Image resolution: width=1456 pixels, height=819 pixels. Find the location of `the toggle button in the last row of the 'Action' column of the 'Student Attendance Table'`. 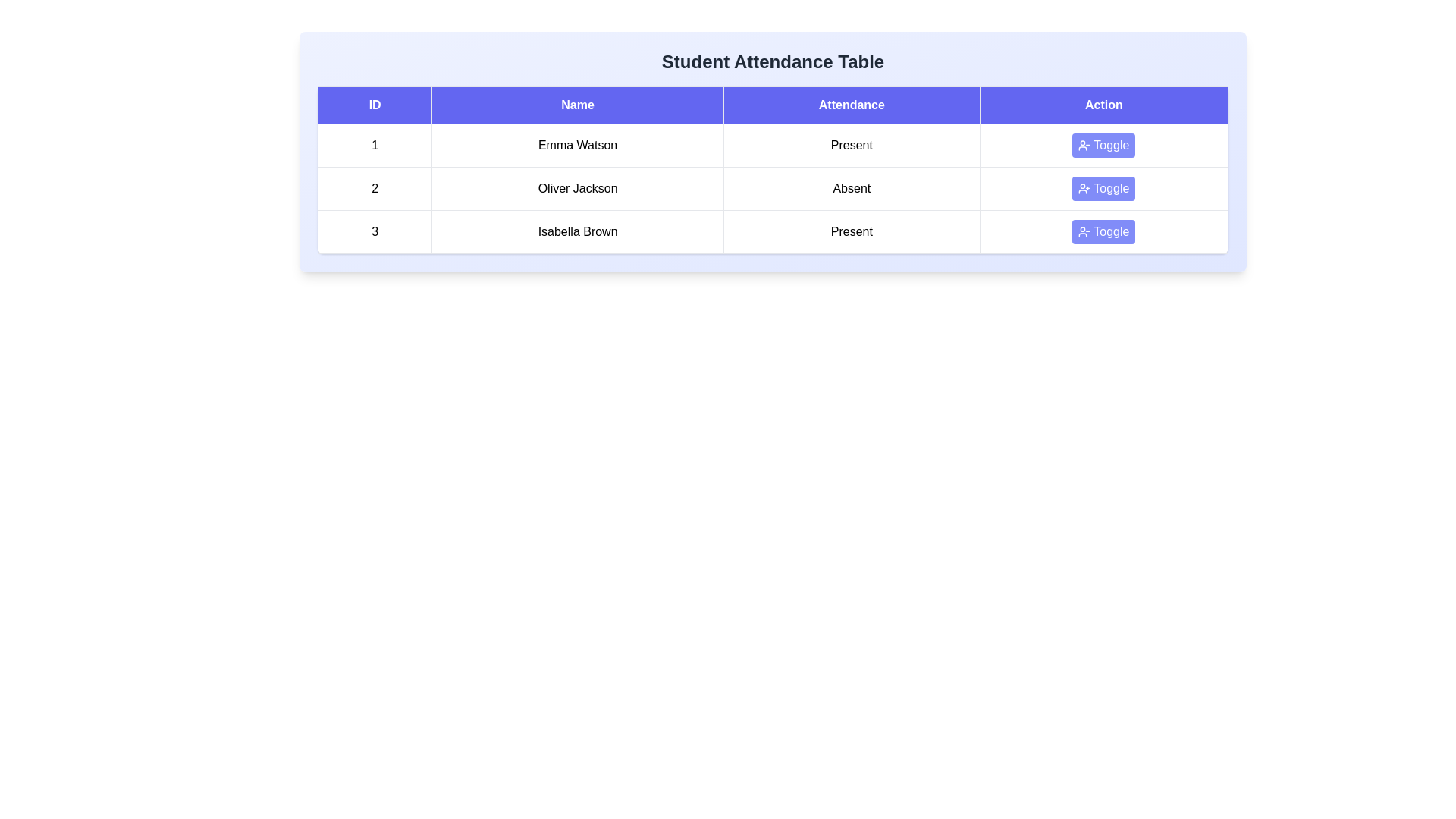

the toggle button in the last row of the 'Action' column of the 'Student Attendance Table' is located at coordinates (1103, 231).